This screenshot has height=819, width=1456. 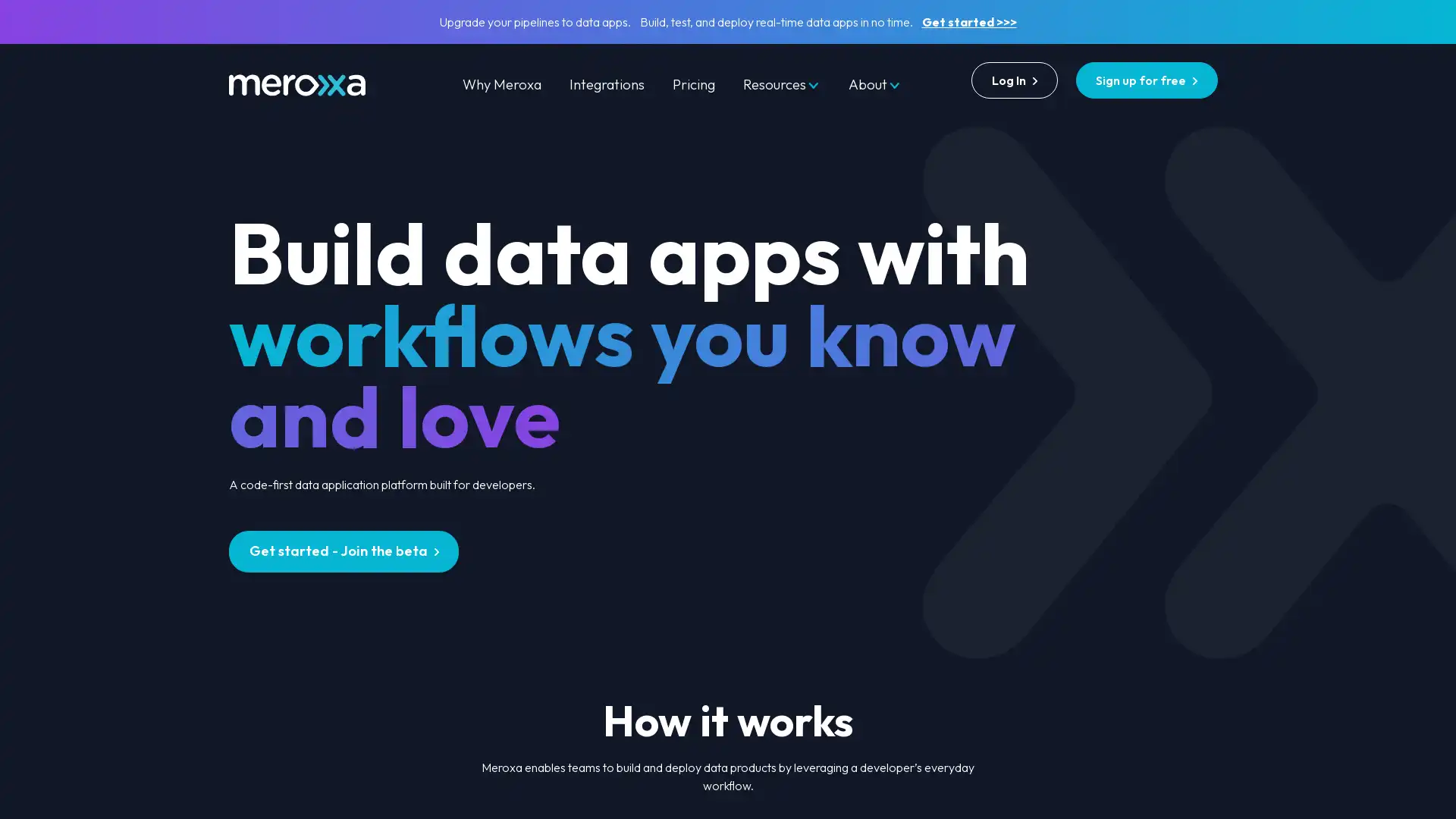 I want to click on Resources, so click(x=781, y=84).